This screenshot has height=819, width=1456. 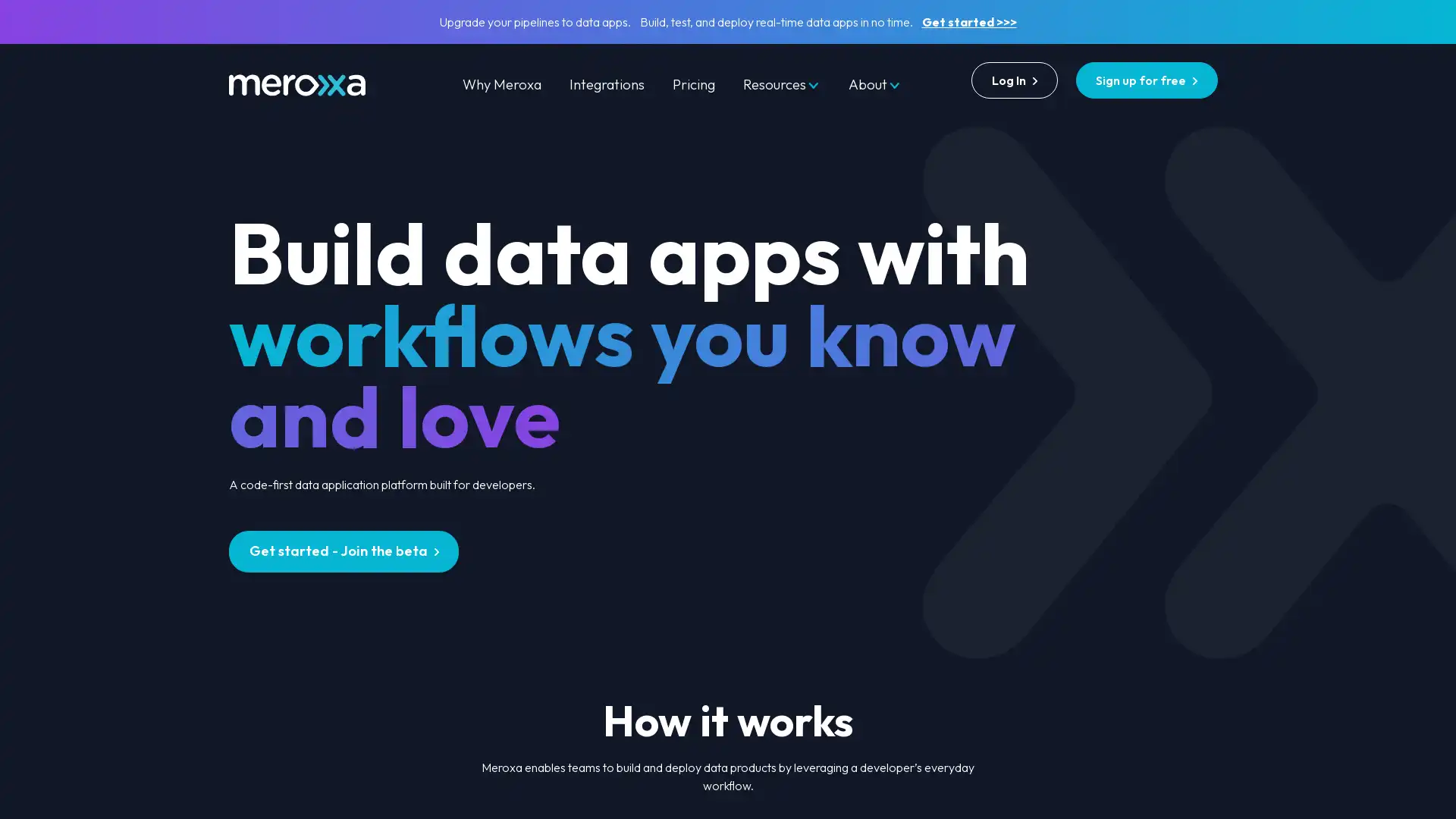 I want to click on Resources, so click(x=781, y=84).